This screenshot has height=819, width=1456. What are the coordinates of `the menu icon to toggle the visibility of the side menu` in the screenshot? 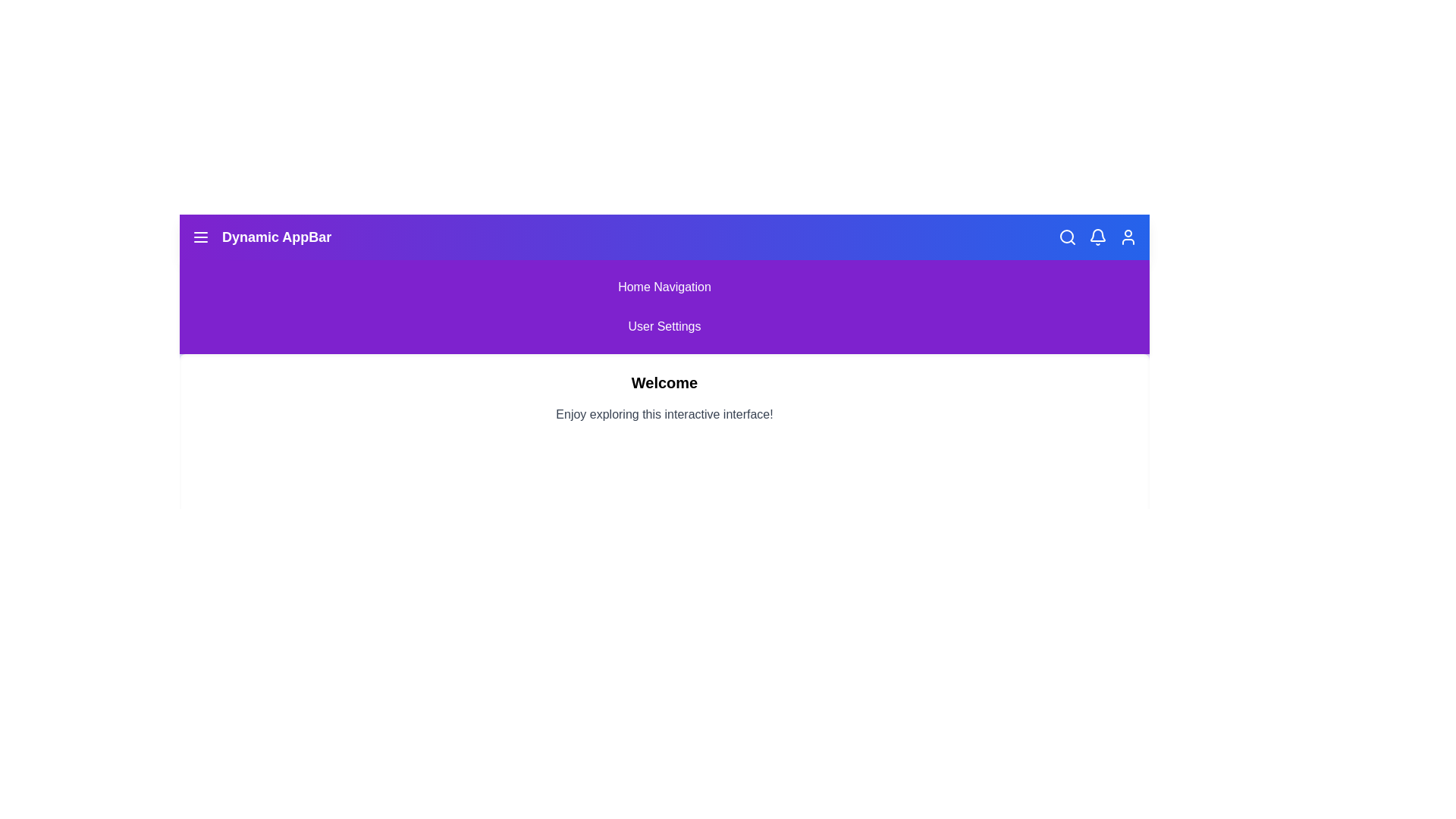 It's located at (199, 237).